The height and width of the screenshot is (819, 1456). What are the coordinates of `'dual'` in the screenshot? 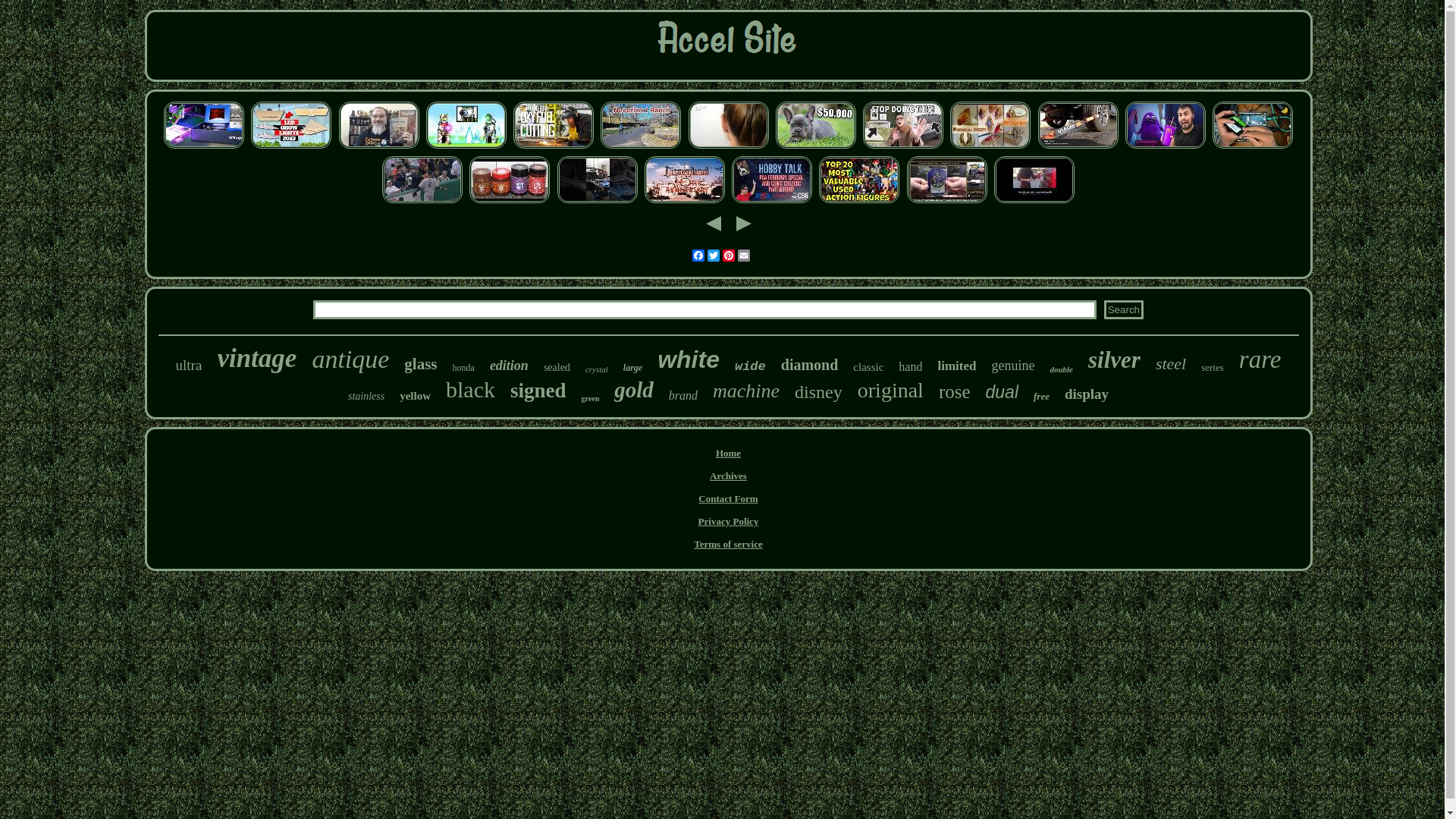 It's located at (1002, 391).